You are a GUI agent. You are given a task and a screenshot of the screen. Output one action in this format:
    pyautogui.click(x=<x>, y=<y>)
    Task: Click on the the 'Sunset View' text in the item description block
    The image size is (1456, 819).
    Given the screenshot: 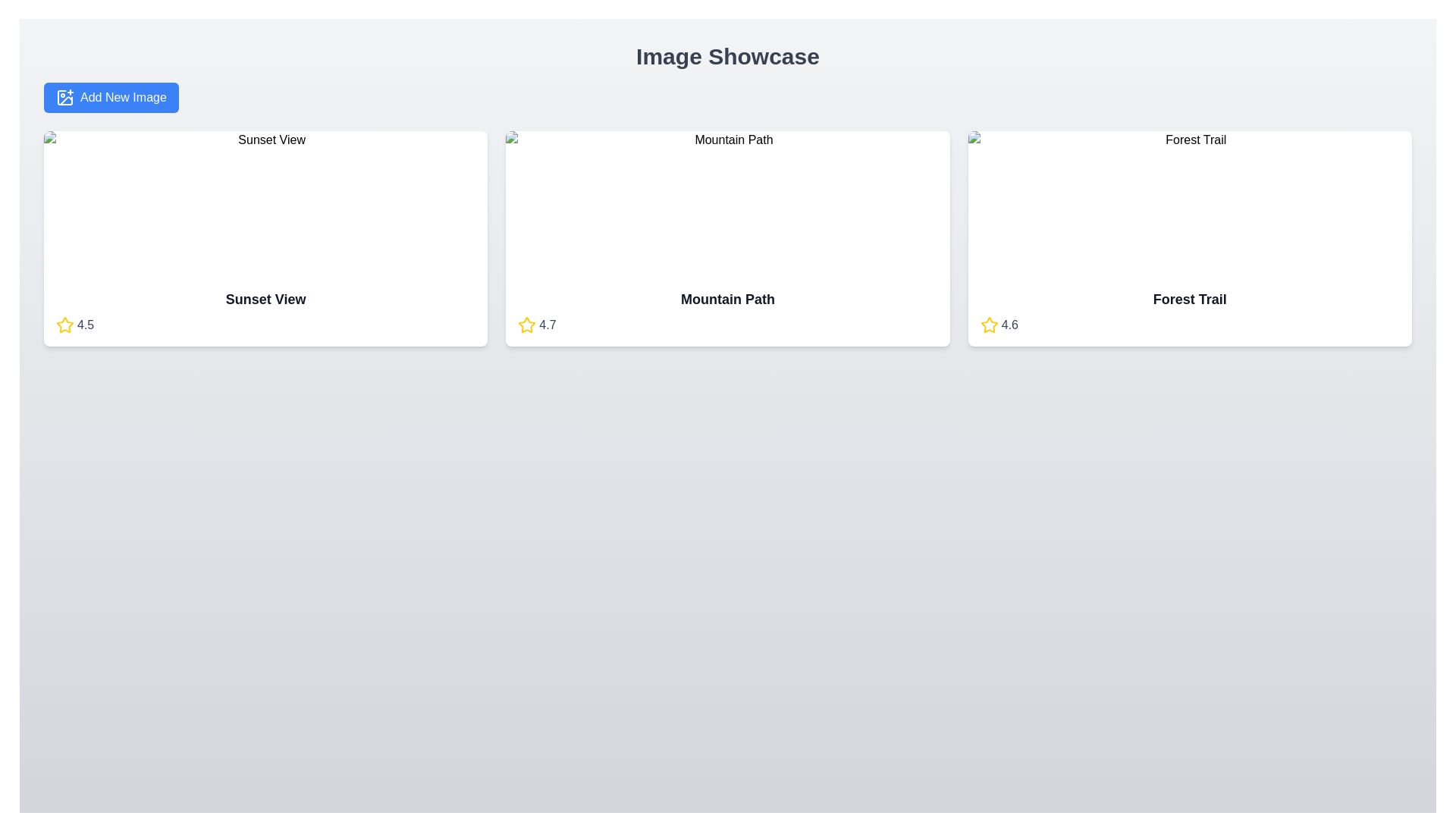 What is the action you would take?
    pyautogui.click(x=265, y=311)
    